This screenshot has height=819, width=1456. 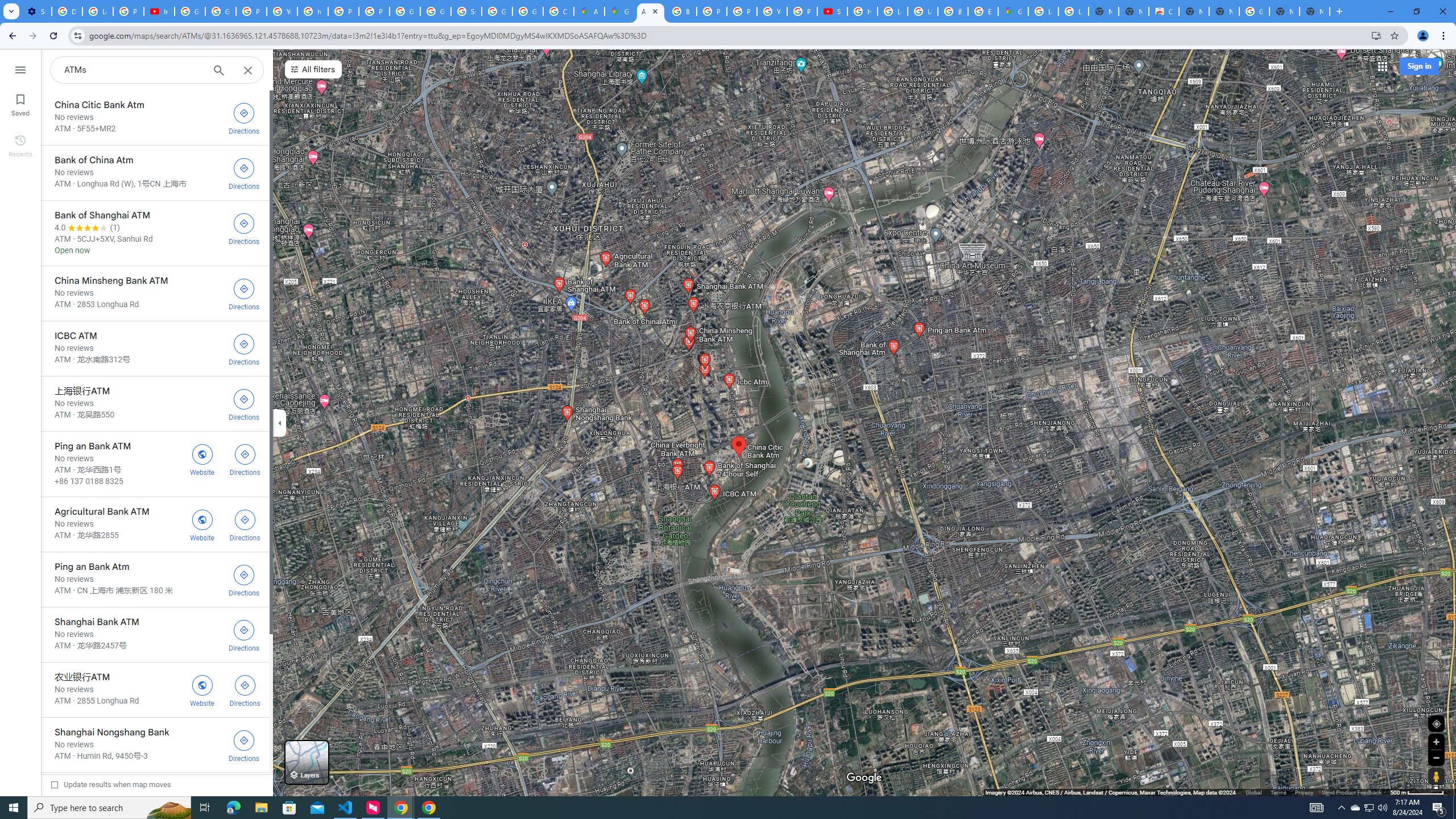 What do you see at coordinates (155, 634) in the screenshot?
I see `'Shanghai Bank ATM'` at bounding box center [155, 634].